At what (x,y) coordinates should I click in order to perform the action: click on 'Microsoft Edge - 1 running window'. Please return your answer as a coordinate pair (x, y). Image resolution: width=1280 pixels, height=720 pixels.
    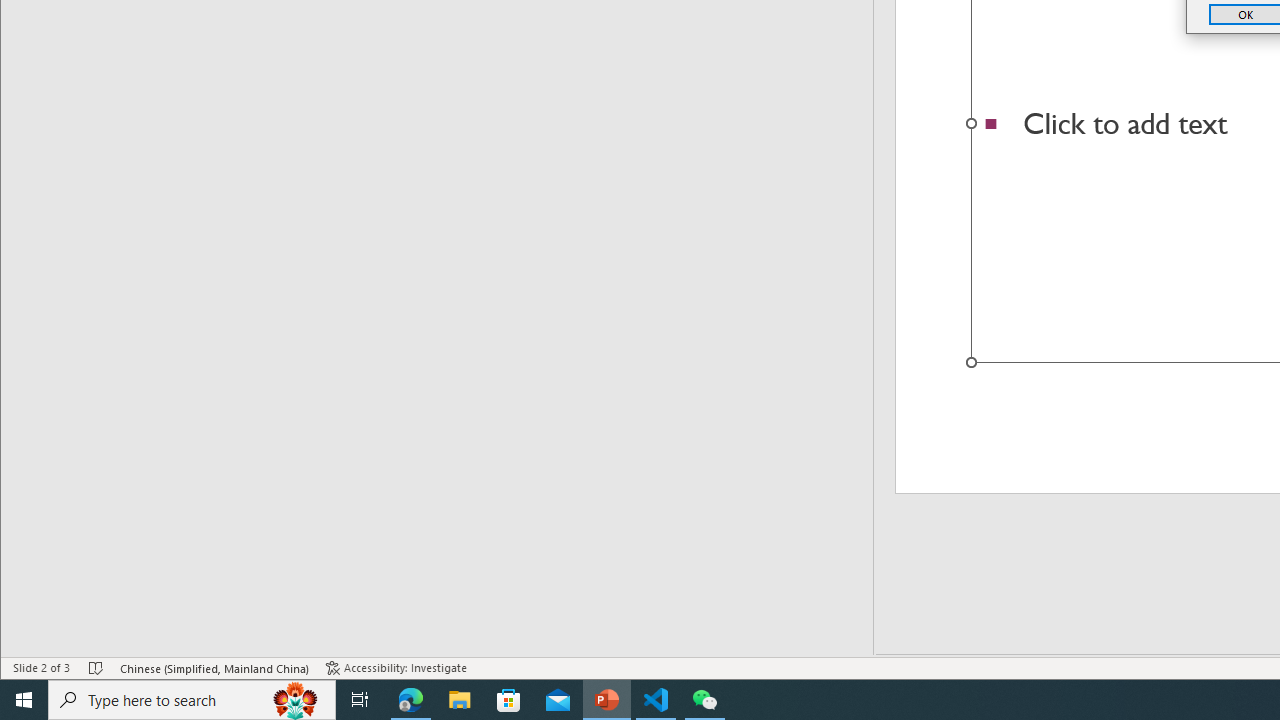
    Looking at the image, I should click on (410, 698).